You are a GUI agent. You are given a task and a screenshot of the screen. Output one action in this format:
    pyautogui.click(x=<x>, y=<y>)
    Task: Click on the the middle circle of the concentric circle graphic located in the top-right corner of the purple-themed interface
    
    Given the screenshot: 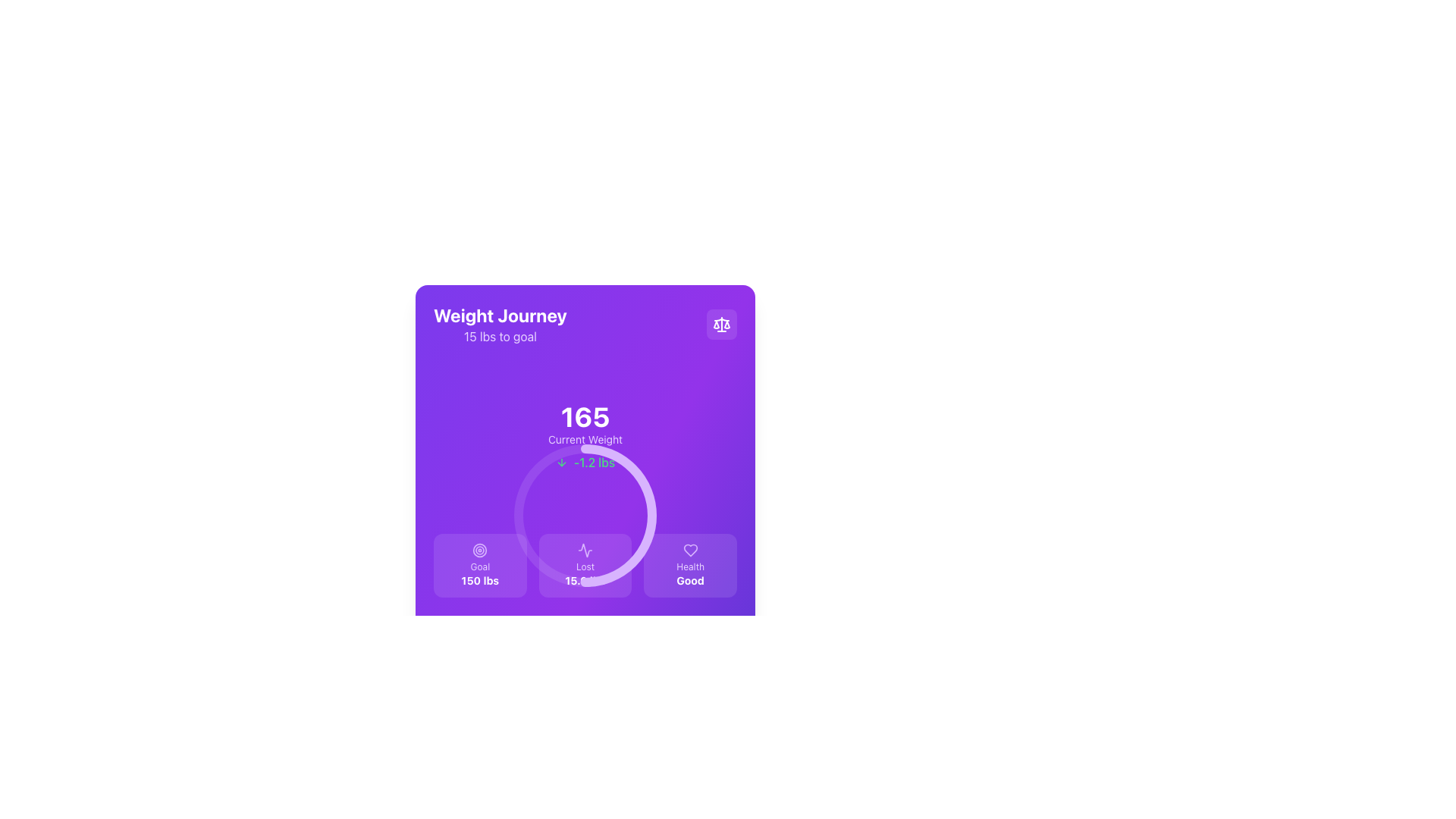 What is the action you would take?
    pyautogui.click(x=479, y=550)
    